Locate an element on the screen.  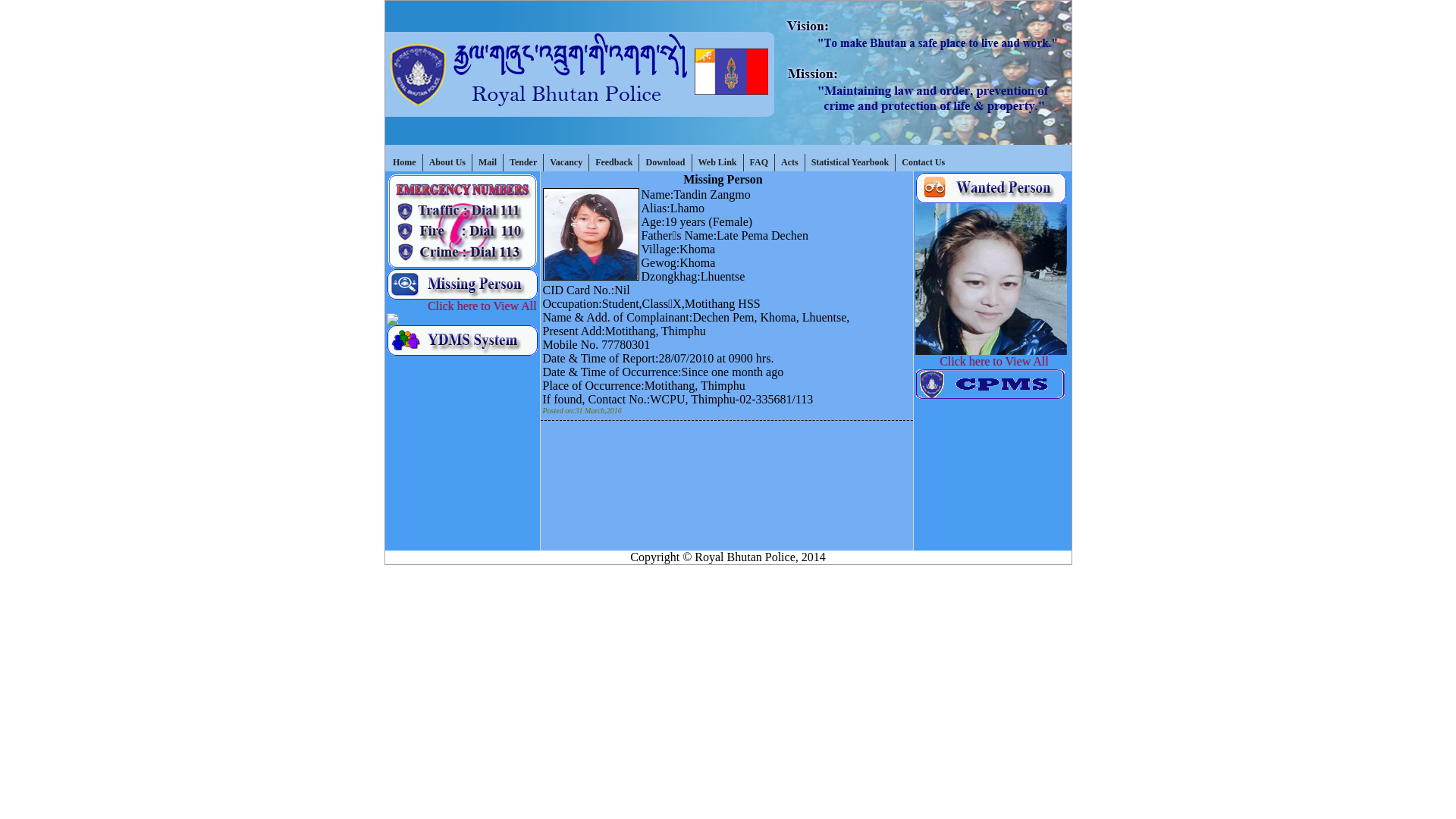
'Vacancy' is located at coordinates (566, 162).